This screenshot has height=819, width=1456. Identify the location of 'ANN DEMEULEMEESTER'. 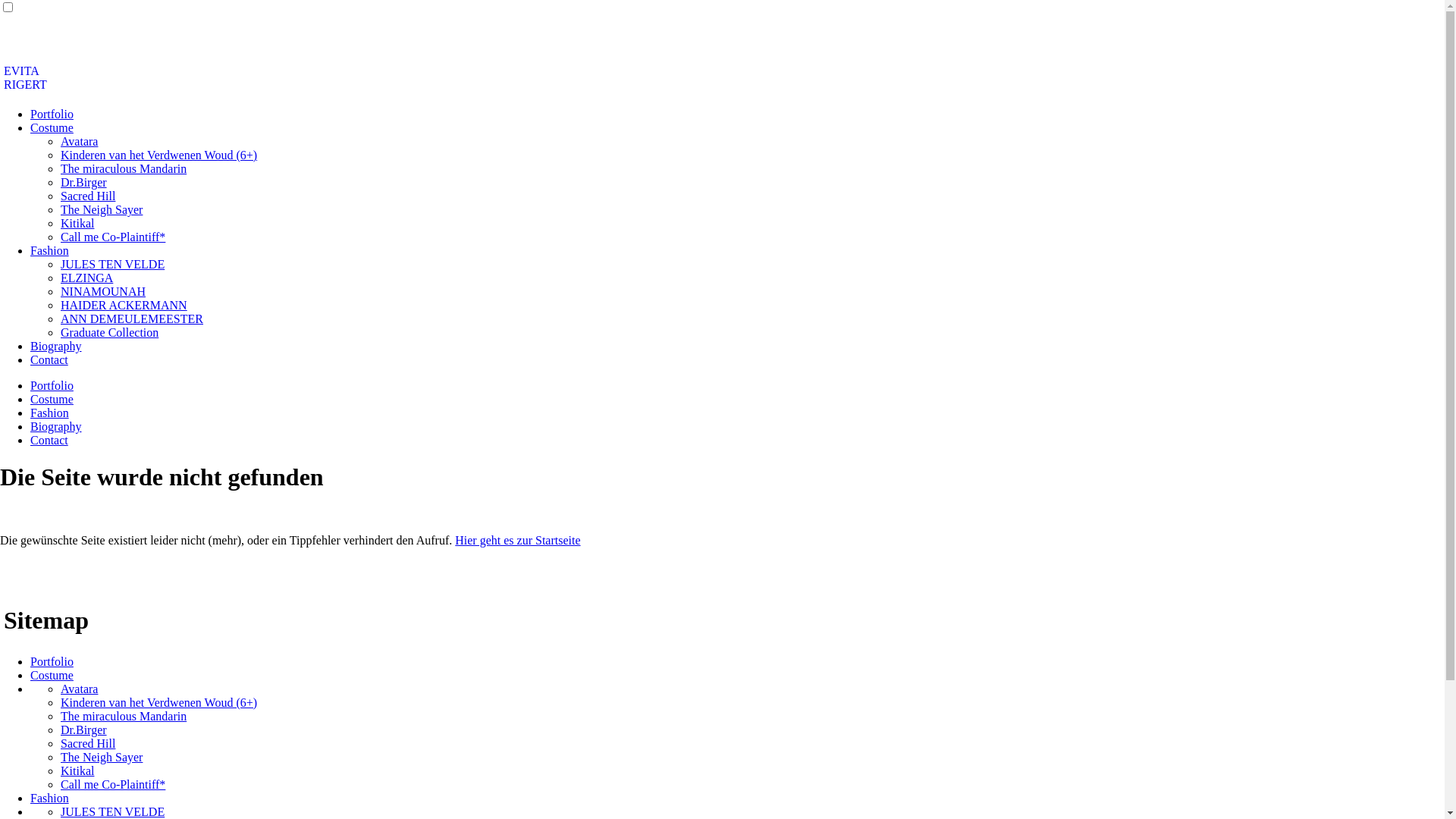
(131, 318).